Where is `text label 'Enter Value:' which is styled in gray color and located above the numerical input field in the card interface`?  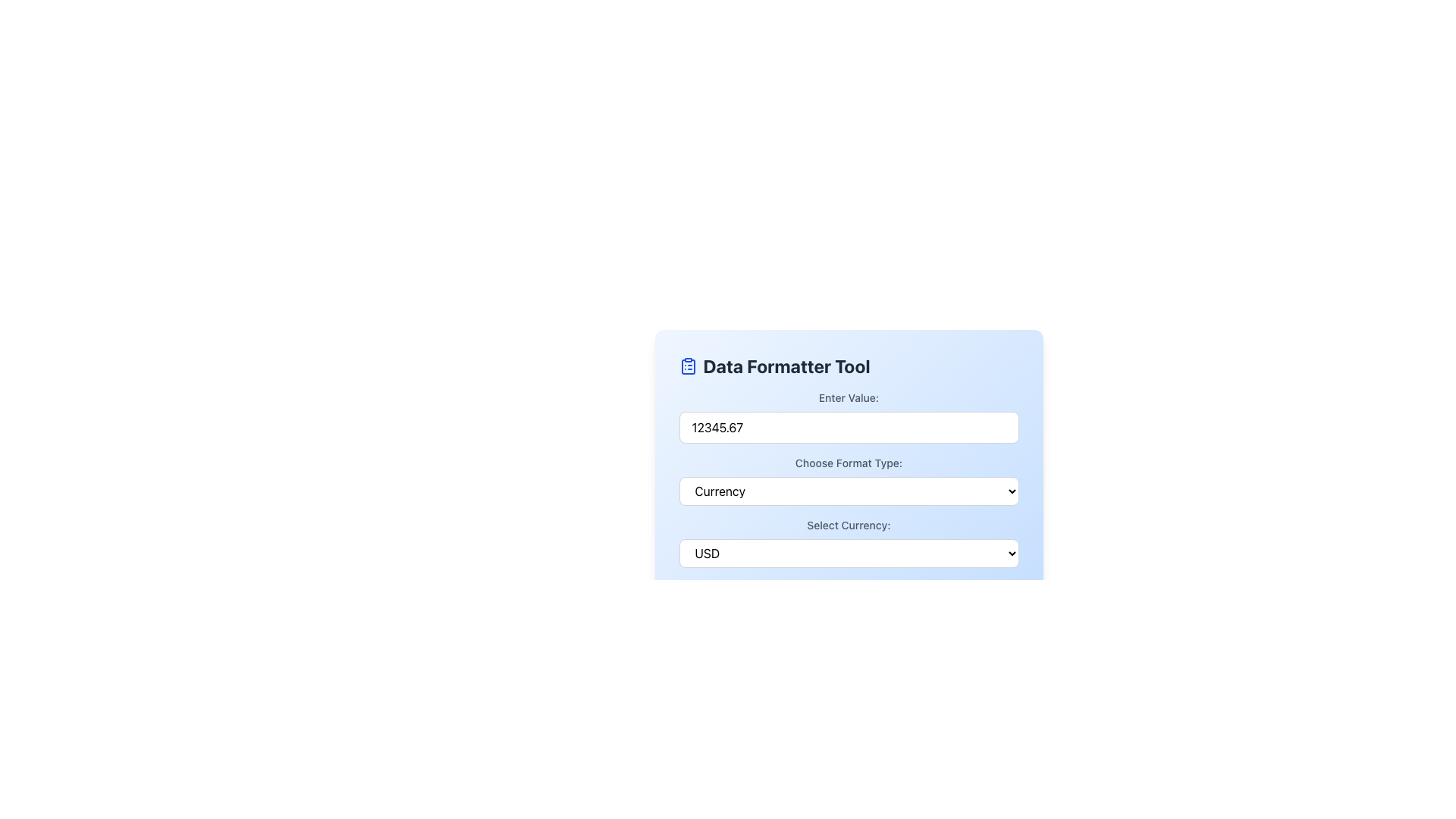
text label 'Enter Value:' which is styled in gray color and located above the numerical input field in the card interface is located at coordinates (848, 397).